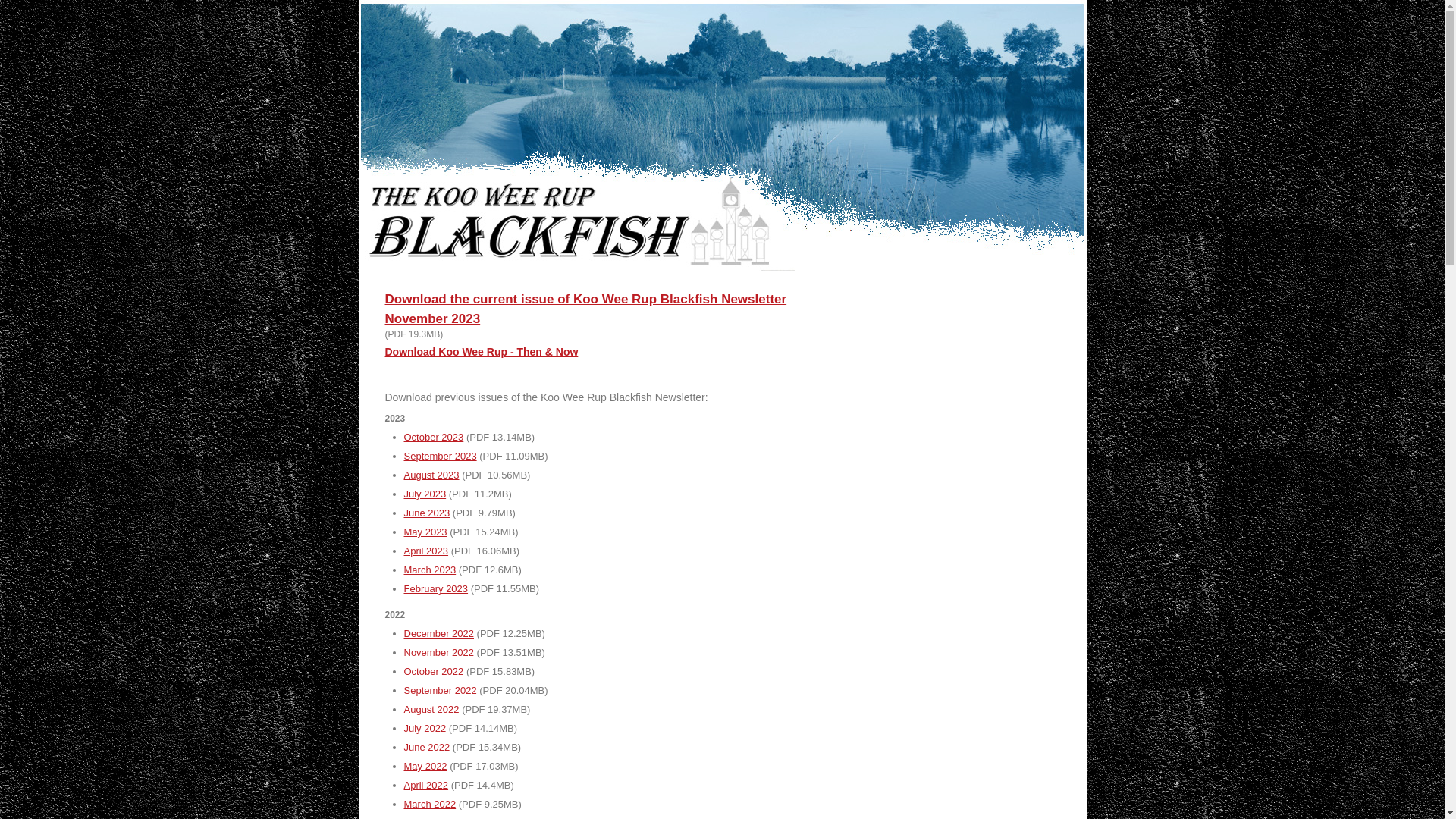 This screenshot has width=1456, height=819. What do you see at coordinates (403, 494) in the screenshot?
I see `'July 2023'` at bounding box center [403, 494].